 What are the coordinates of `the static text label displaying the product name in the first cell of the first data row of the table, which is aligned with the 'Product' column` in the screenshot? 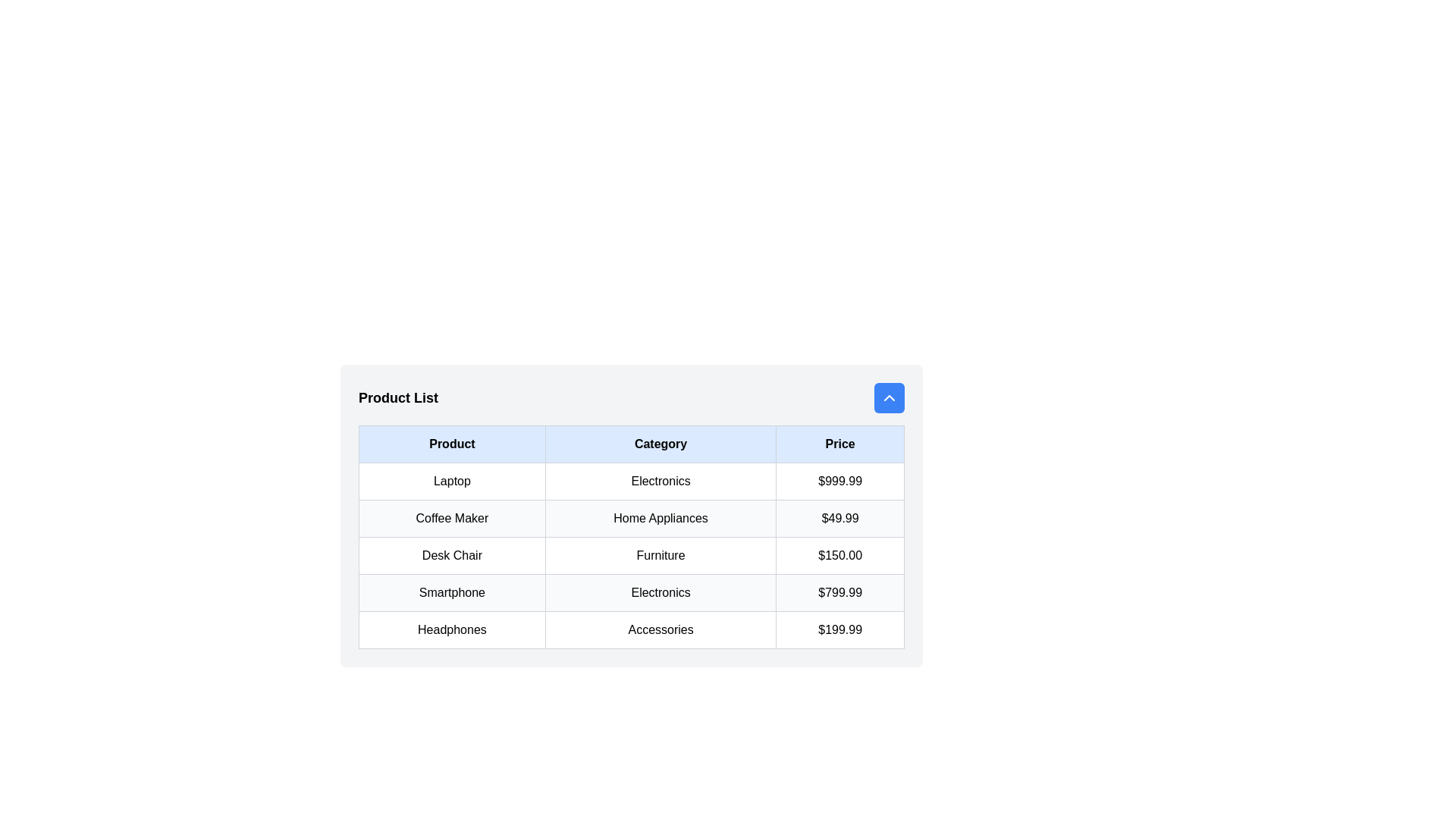 It's located at (451, 482).